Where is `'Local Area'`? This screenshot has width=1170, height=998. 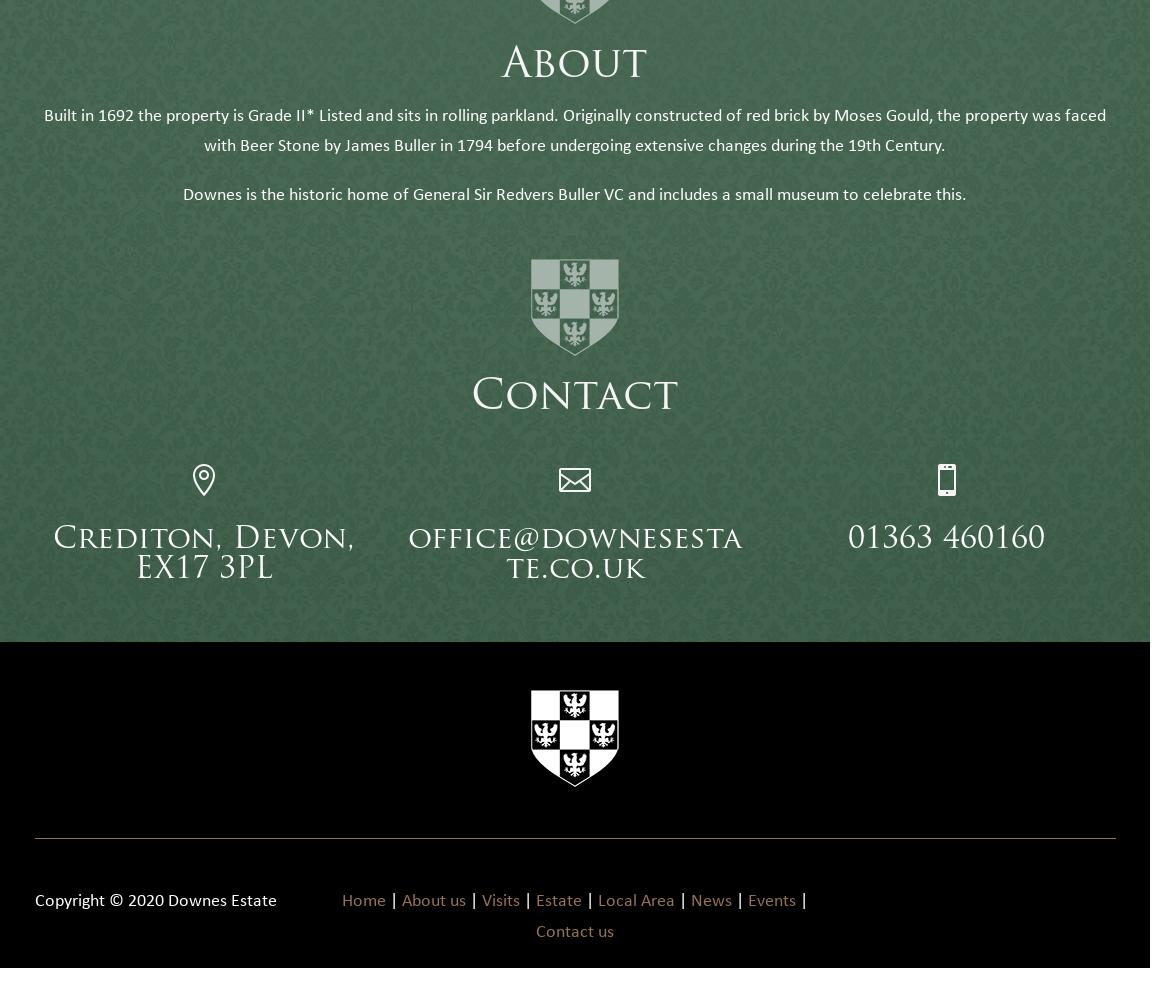
'Local Area' is located at coordinates (635, 930).